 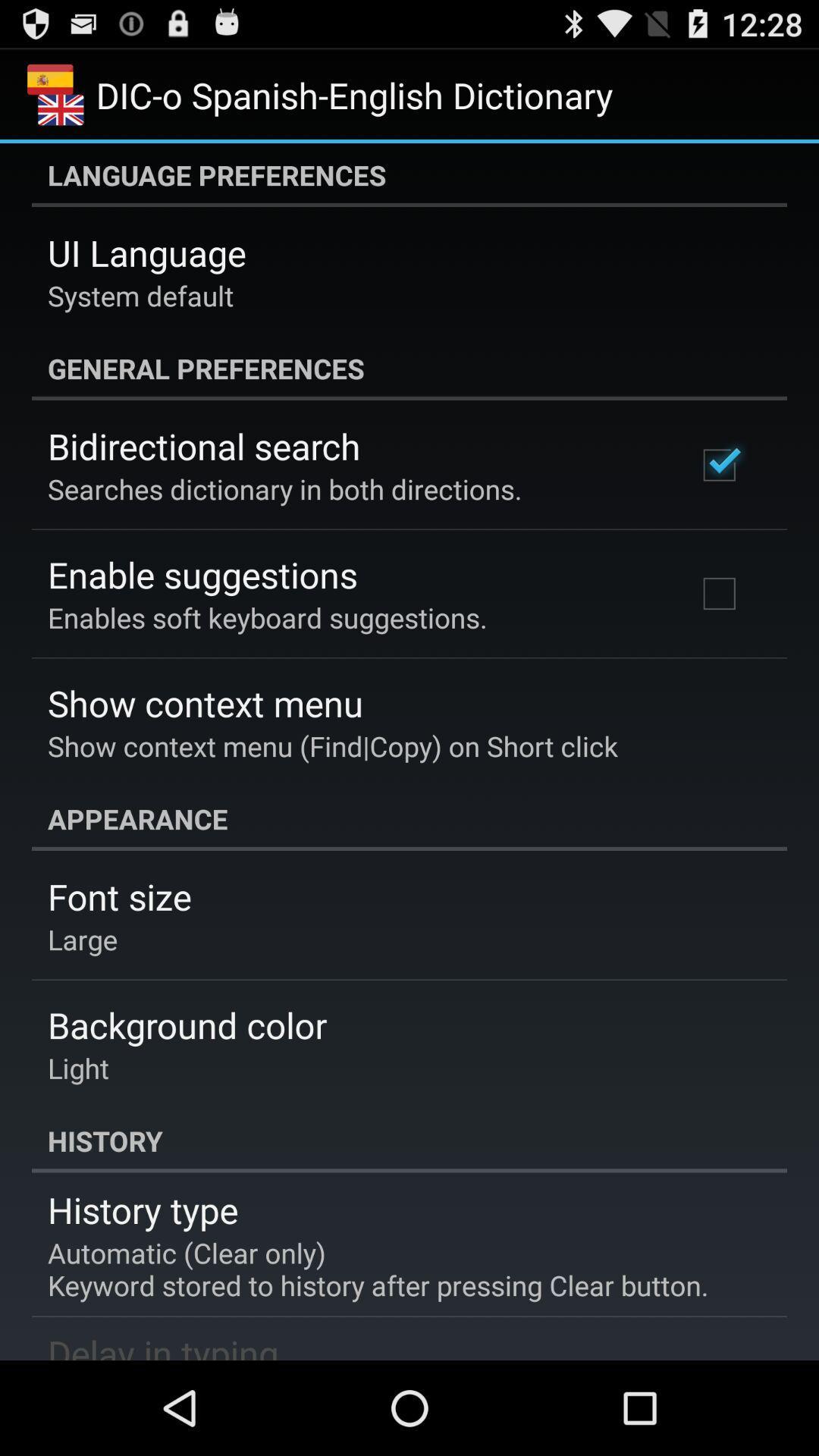 I want to click on icon below the appearance item, so click(x=118, y=896).